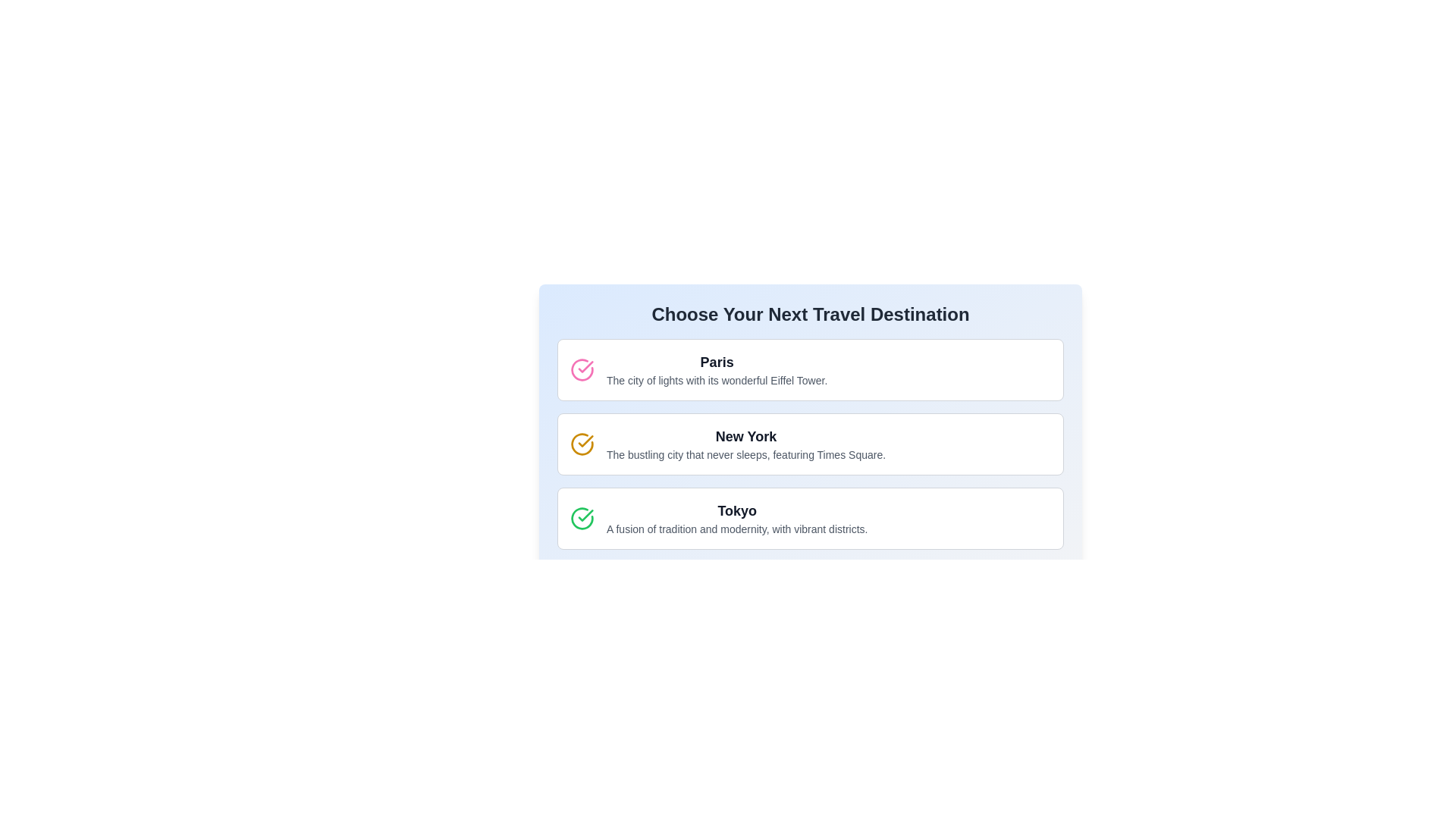  I want to click on the 'New York' card, which is a button-like interactive card with a white background, rounded corners, and contains the title 'New York' in bold, so click(810, 413).